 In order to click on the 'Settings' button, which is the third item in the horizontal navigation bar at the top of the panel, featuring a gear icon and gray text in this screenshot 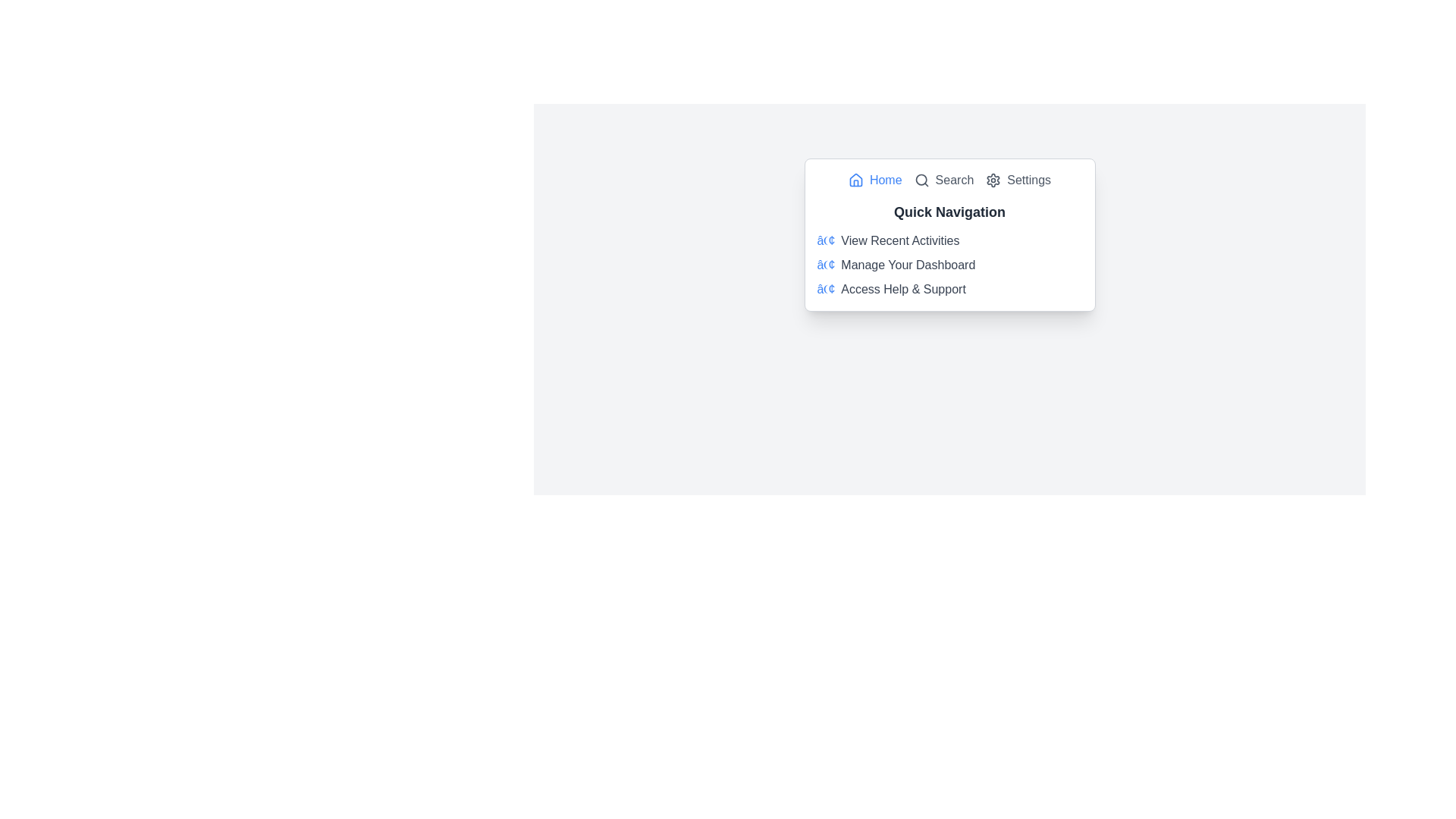, I will do `click(1018, 180)`.